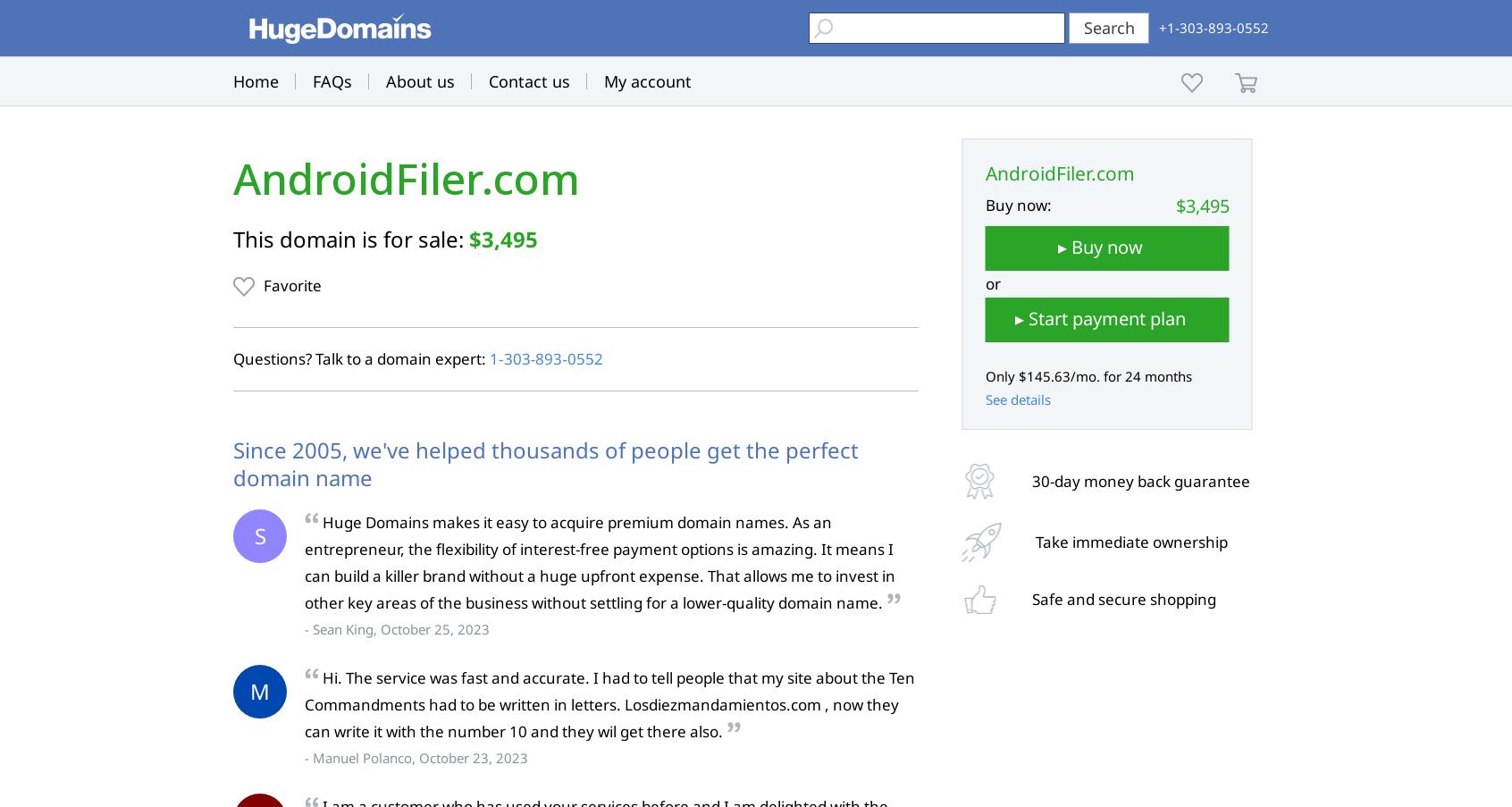 This screenshot has width=1512, height=807. What do you see at coordinates (603, 81) in the screenshot?
I see `'My account'` at bounding box center [603, 81].